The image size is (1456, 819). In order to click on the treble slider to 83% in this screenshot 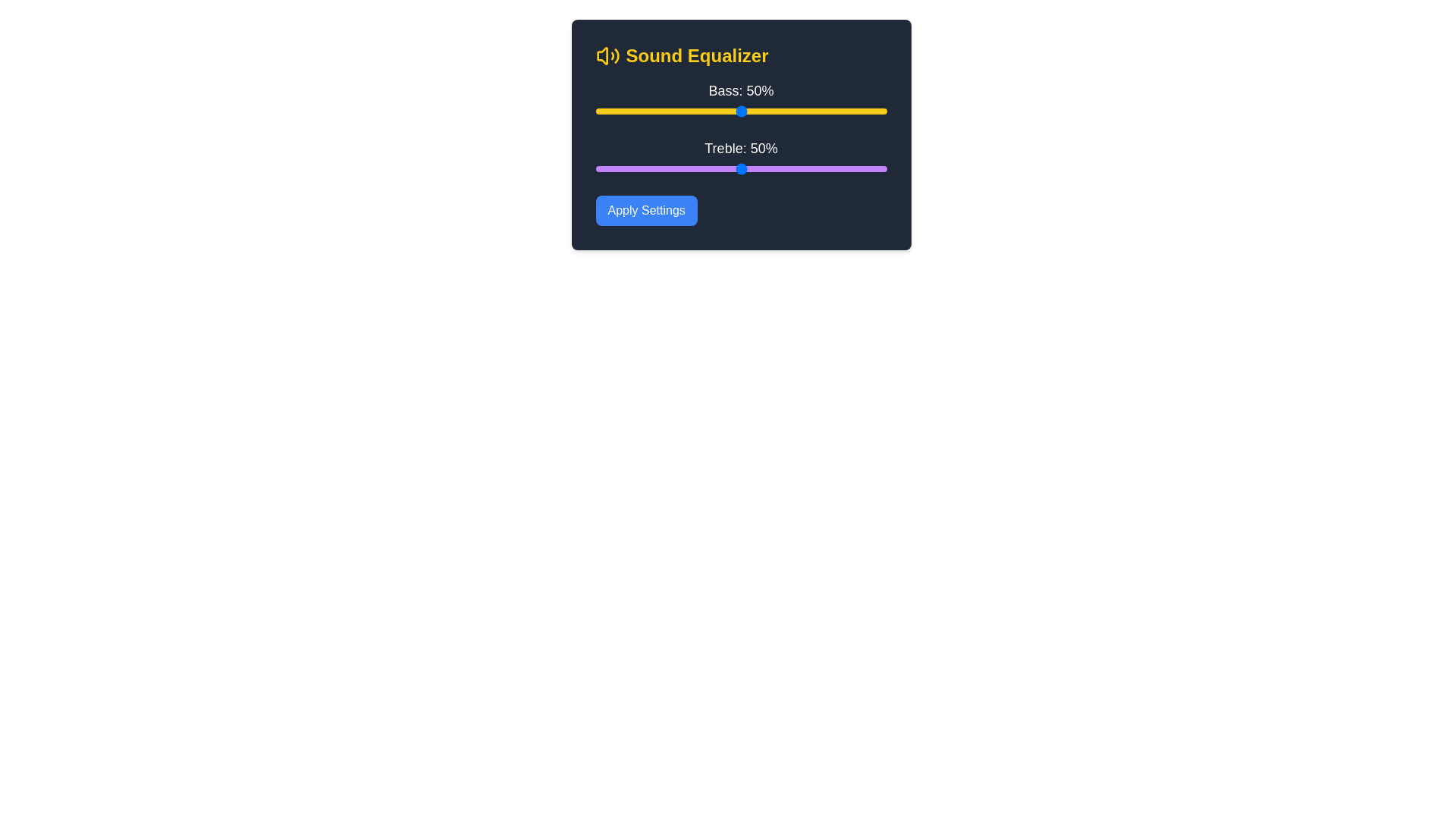, I will do `click(836, 169)`.